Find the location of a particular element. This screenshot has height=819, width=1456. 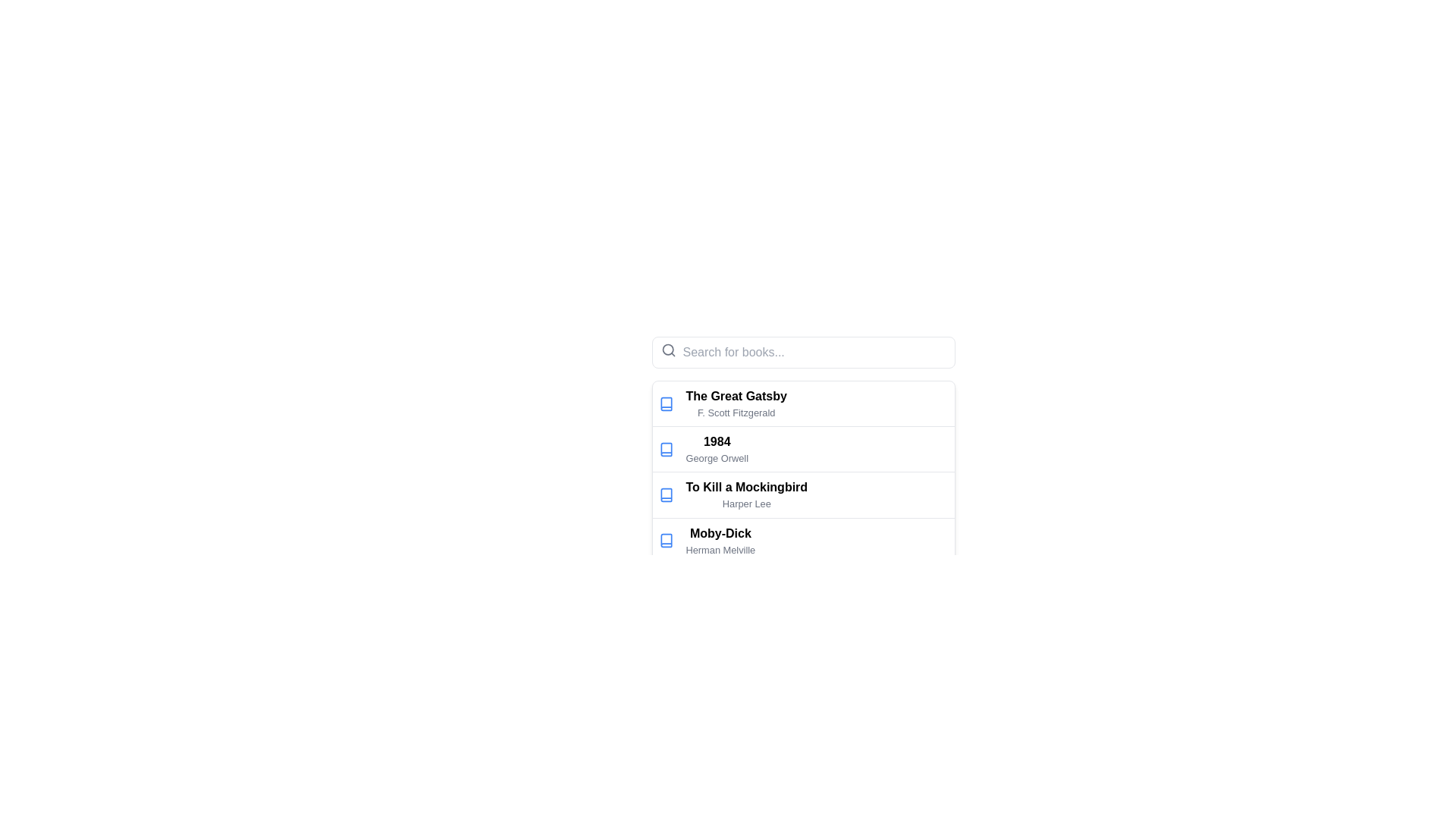

the blue book icon representing 'The Great Gatsby' by F. Scott Fitzgerald, which is the first element in the list is located at coordinates (666, 403).